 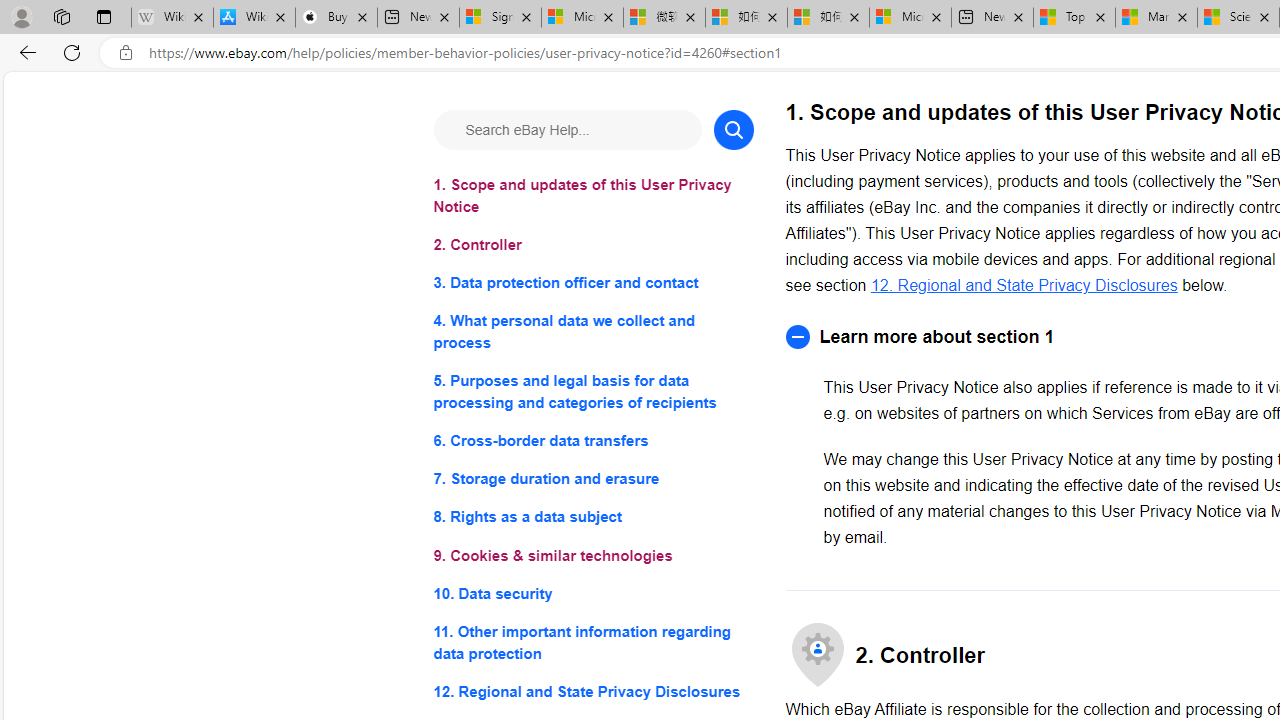 I want to click on '1. Scope and updates of this User Privacy Notice', so click(x=592, y=196).